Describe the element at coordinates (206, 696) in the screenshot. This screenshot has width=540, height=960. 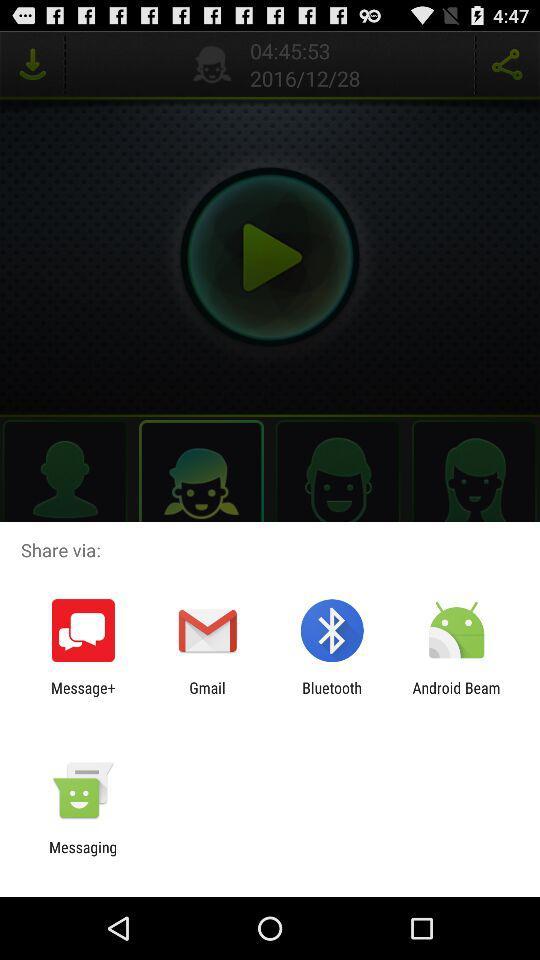
I see `the app next to bluetooth app` at that location.